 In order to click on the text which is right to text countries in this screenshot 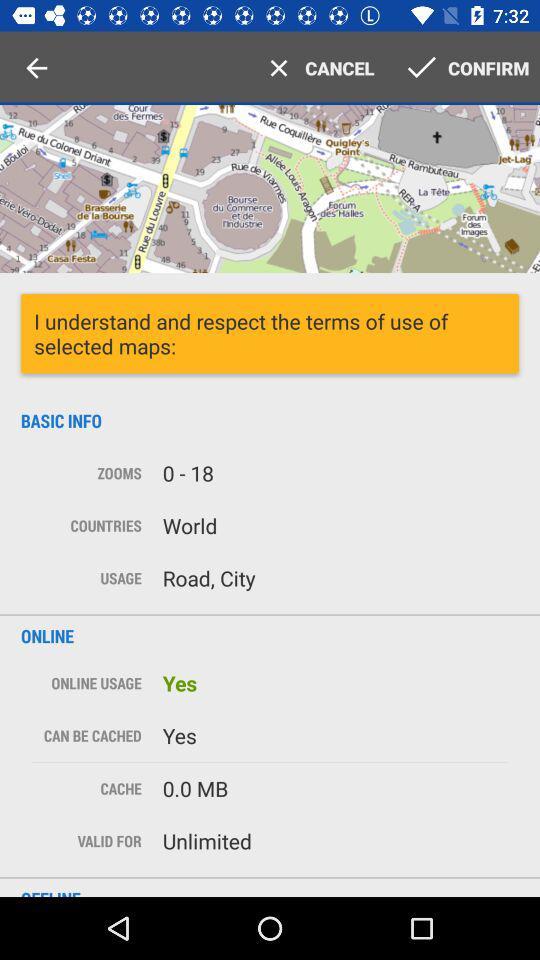, I will do `click(335, 524)`.